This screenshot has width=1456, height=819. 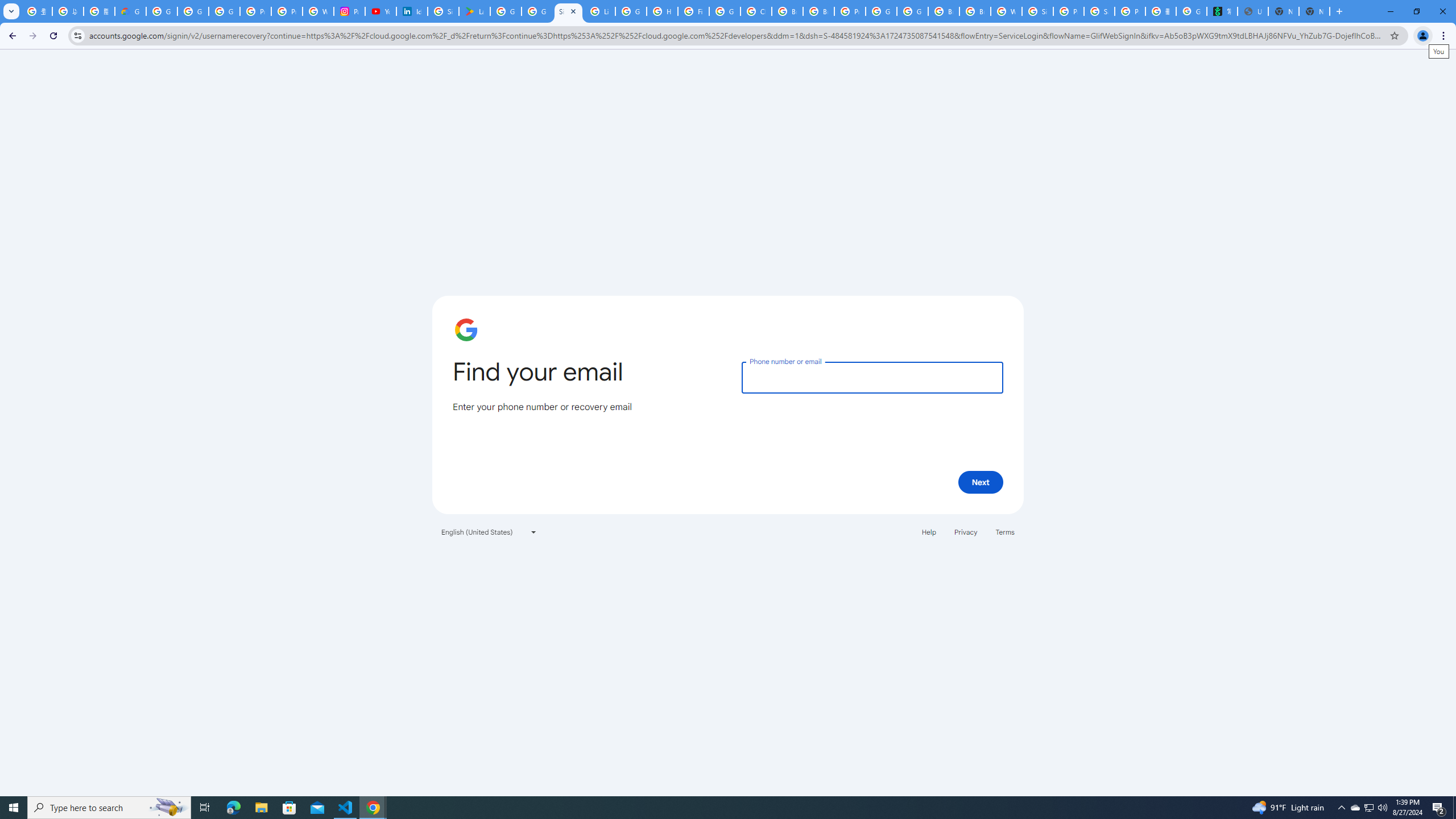 What do you see at coordinates (474, 11) in the screenshot?
I see `'Last Shelter: Survival - Apps on Google Play'` at bounding box center [474, 11].